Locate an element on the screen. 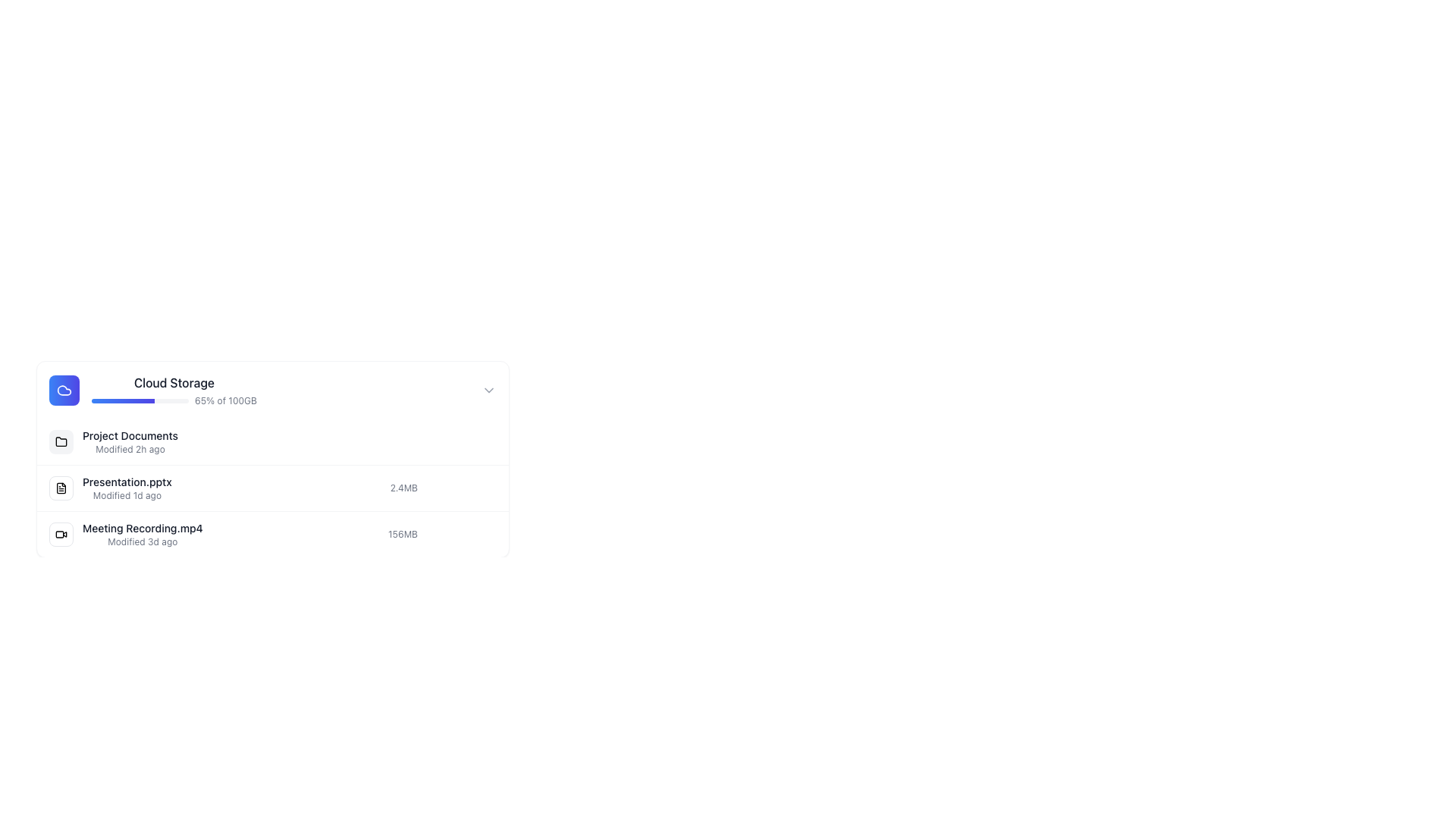  the third entry is located at coordinates (273, 533).